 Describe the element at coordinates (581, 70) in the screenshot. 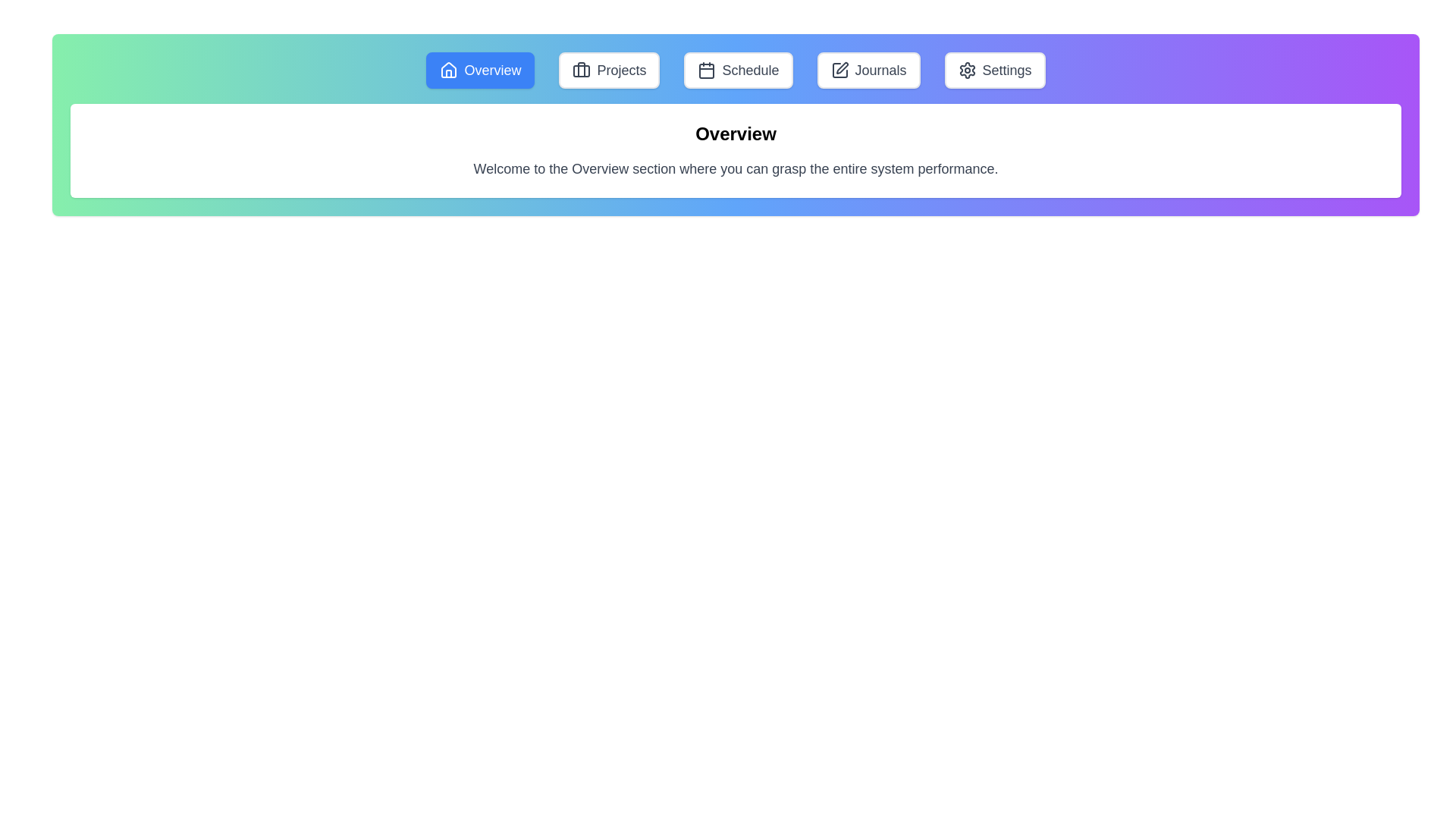

I see `the briefcase icon associated with the 'Projects' navigation button` at that location.